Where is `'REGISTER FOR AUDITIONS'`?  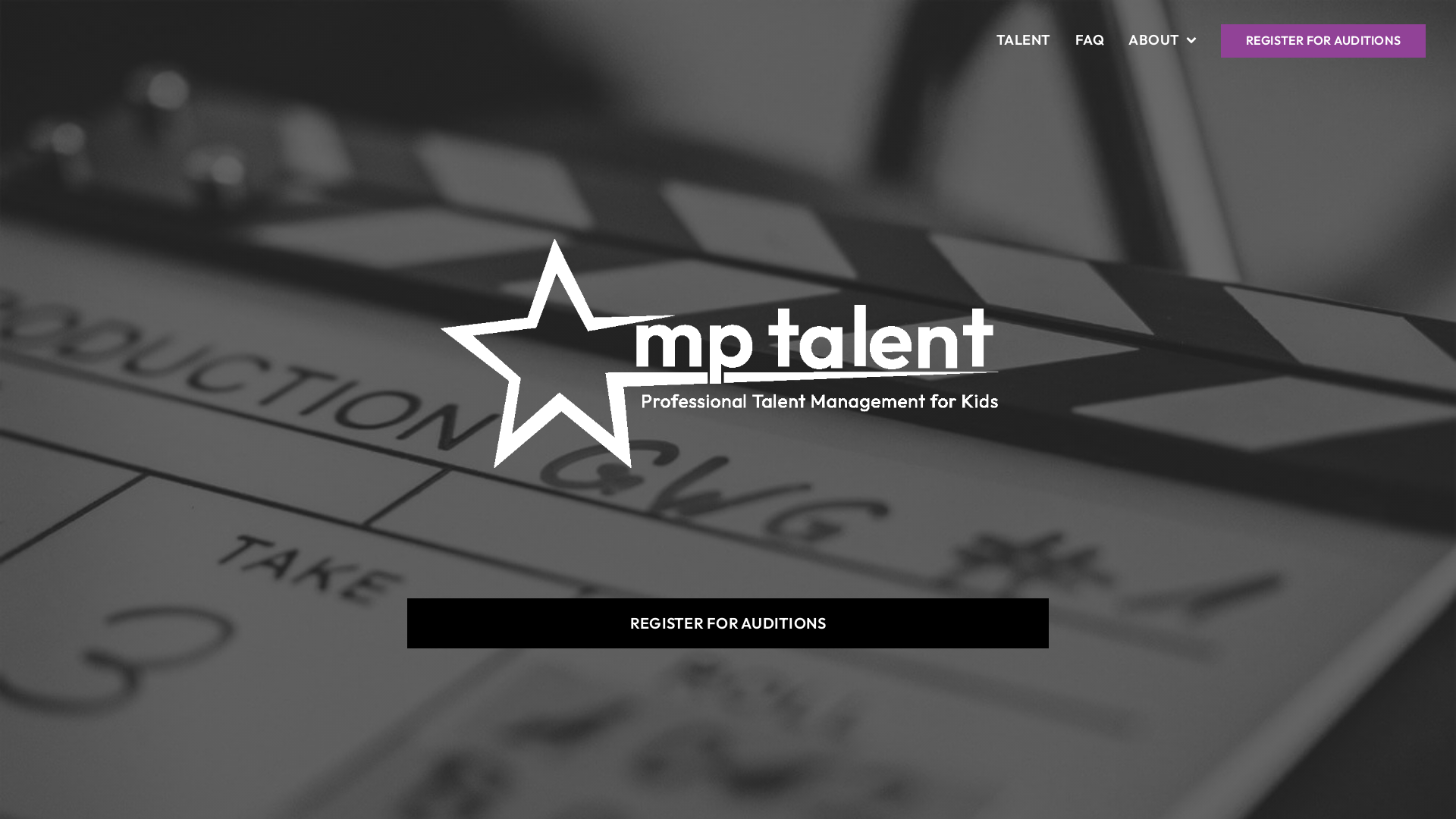 'REGISTER FOR AUDITIONS' is located at coordinates (728, 623).